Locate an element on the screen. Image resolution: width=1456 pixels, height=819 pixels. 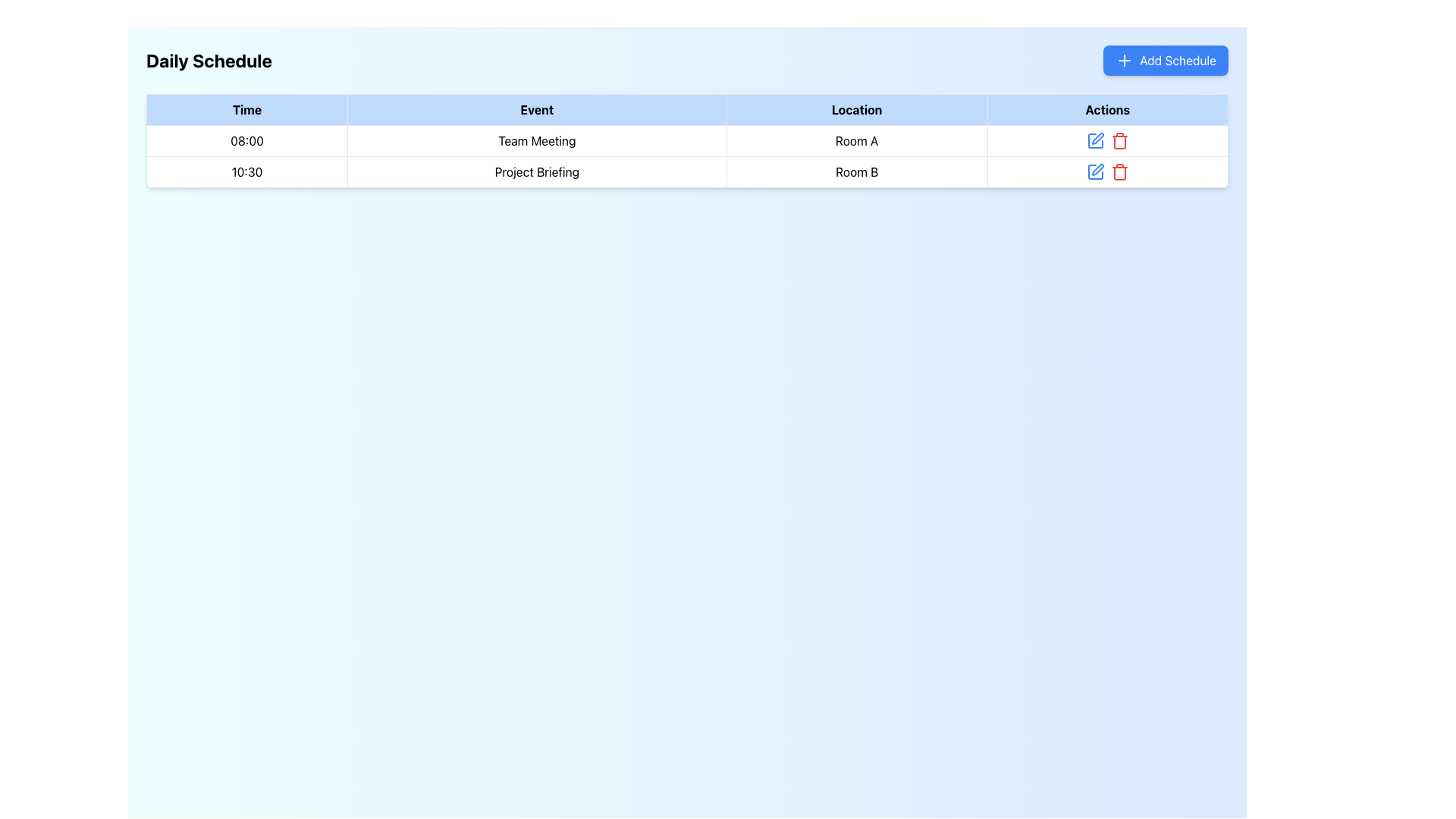
the second row in the table displaying meeting details is located at coordinates (686, 171).